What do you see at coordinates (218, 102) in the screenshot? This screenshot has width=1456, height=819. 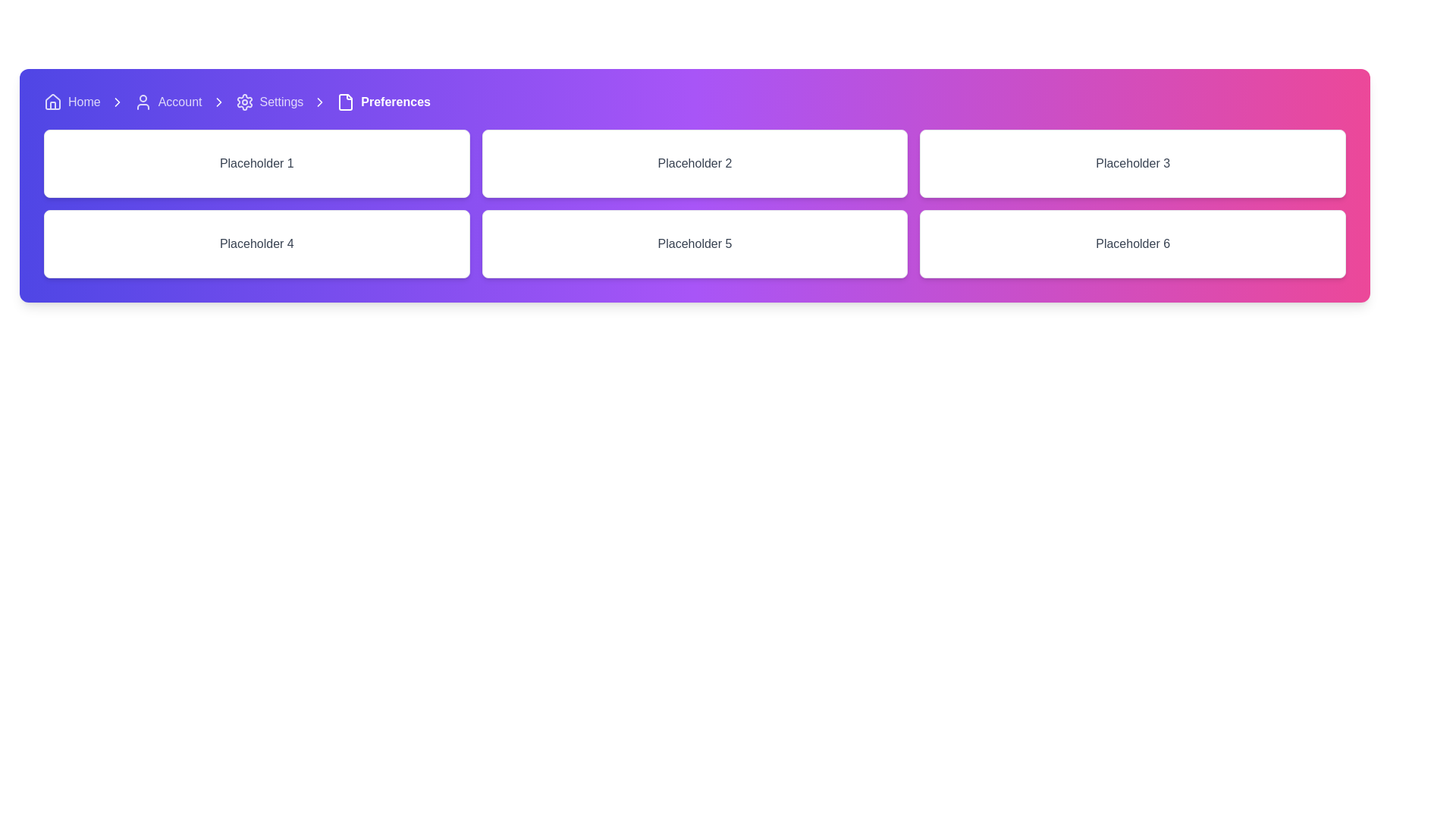 I see `the right-facing chevron icon in the breadcrumb navigation bar, which is styled with a sharp outline and located between the 'Settings' and 'Preferences' links` at bounding box center [218, 102].